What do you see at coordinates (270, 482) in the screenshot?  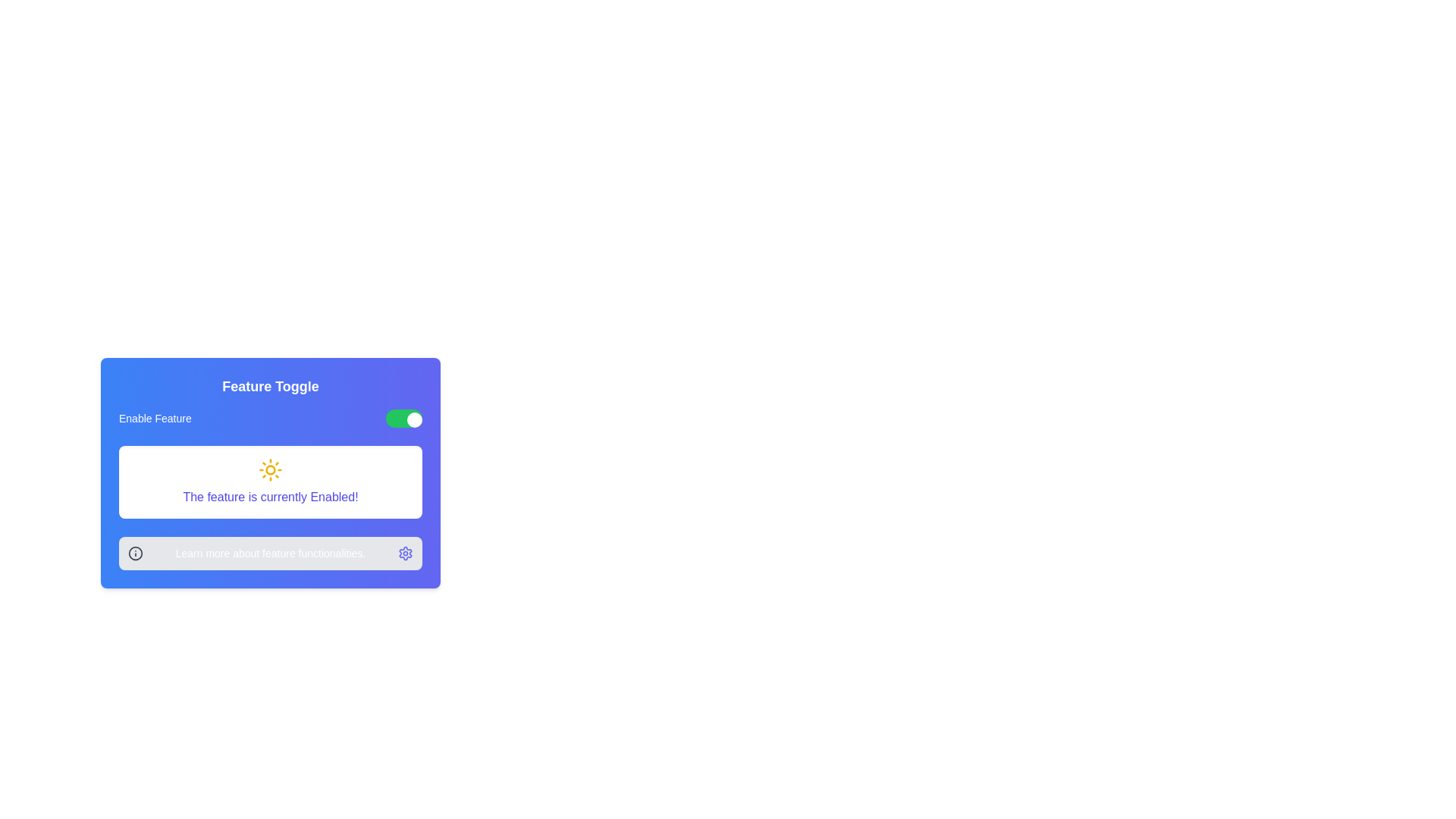 I see `the static information panel displaying the current status message indicating the feature is enabled, located centrally below the 'Enable Feature' toggle button in the 'Feature Toggle' section` at bounding box center [270, 482].